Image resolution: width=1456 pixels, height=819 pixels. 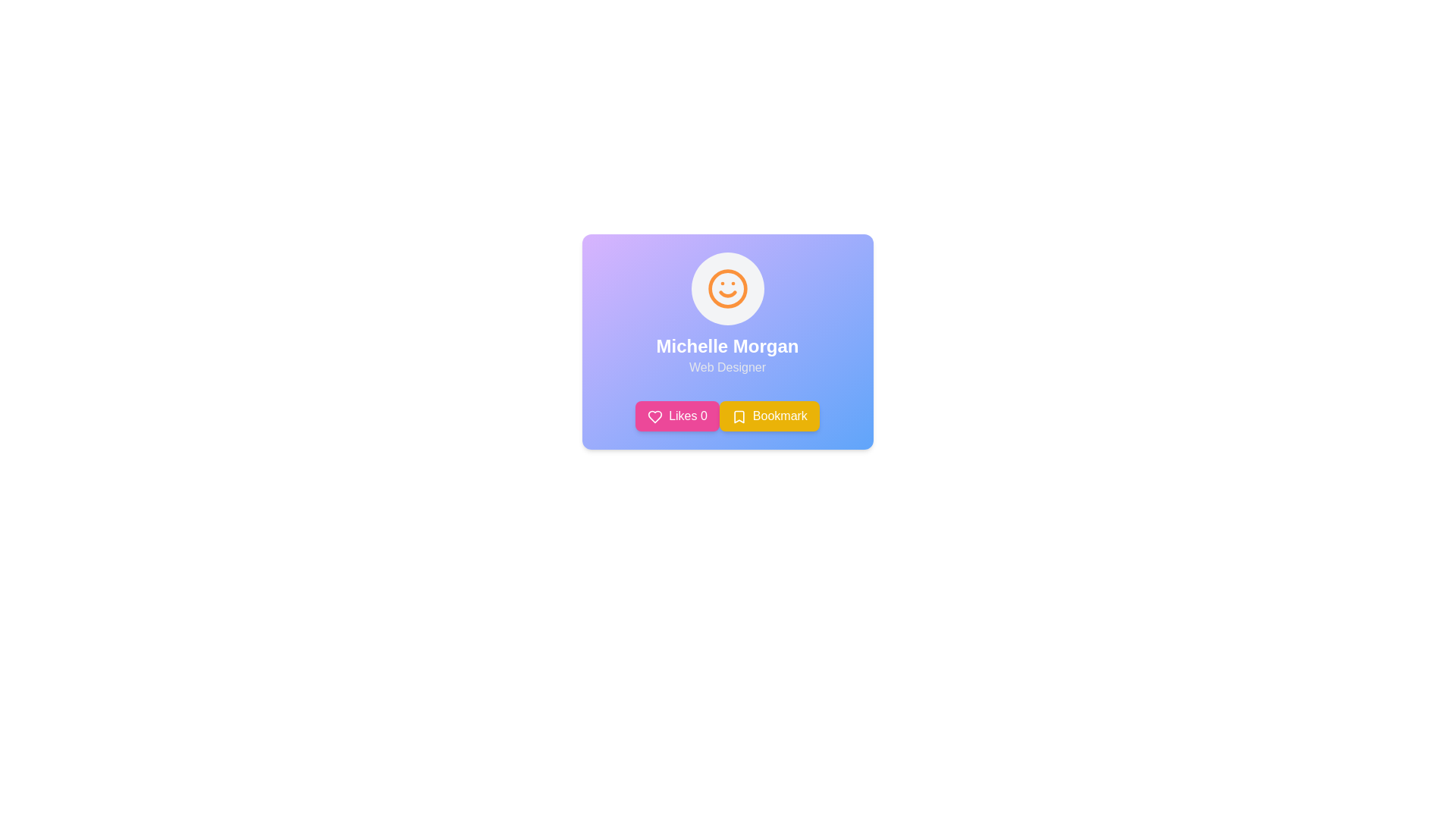 I want to click on the orange-colored smiley face icon, which is centered within a gray circular background, located above the name 'Michelle Morgan' and the role 'Web Designer', so click(x=726, y=289).